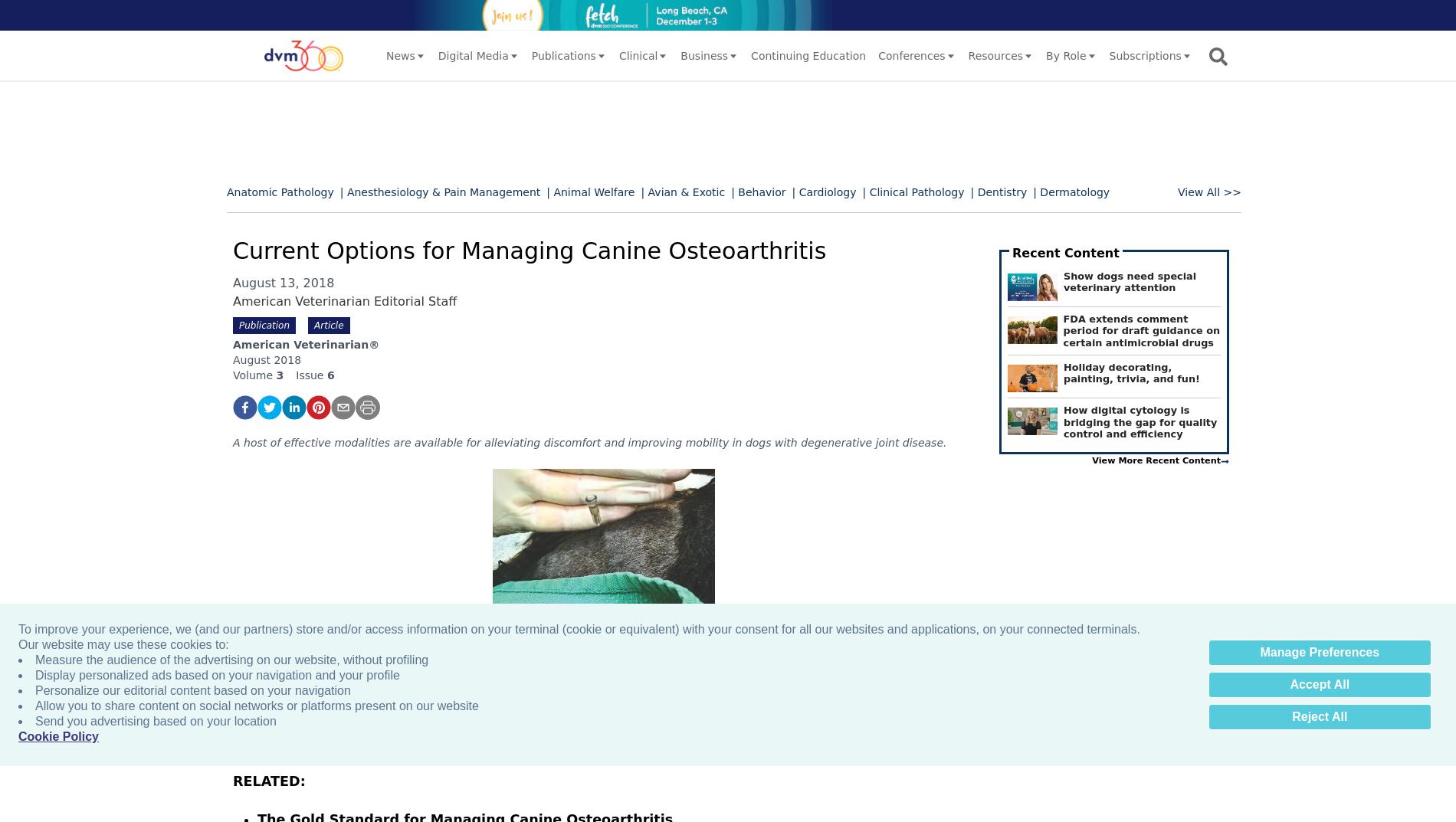 The width and height of the screenshot is (1456, 822). Describe the element at coordinates (483, 229) in the screenshot. I see `'|    Endocrinology'` at that location.